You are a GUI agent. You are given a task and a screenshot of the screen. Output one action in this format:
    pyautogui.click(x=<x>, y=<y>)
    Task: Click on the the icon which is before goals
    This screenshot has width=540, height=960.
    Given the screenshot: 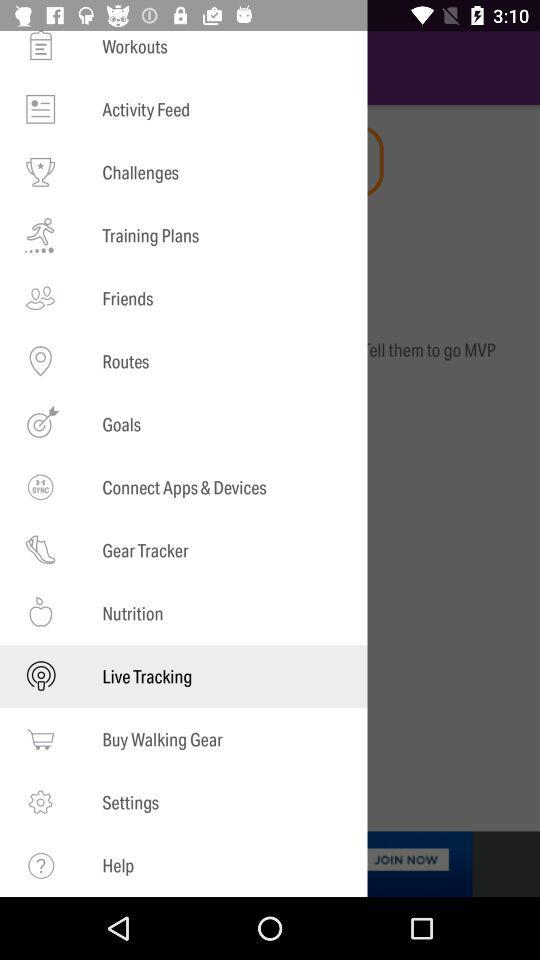 What is the action you would take?
    pyautogui.click(x=40, y=424)
    